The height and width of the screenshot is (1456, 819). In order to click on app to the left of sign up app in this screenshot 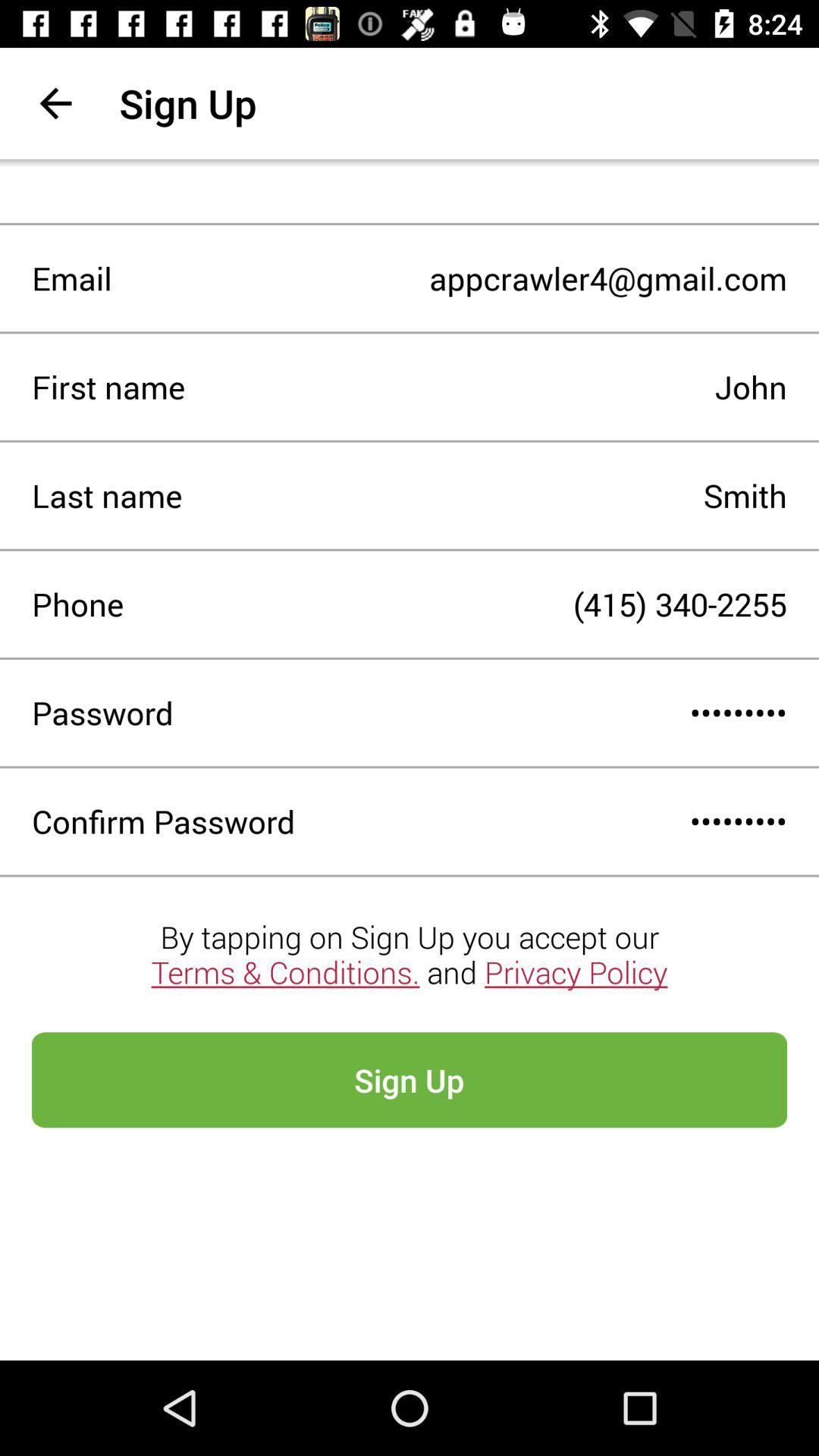, I will do `click(55, 102)`.